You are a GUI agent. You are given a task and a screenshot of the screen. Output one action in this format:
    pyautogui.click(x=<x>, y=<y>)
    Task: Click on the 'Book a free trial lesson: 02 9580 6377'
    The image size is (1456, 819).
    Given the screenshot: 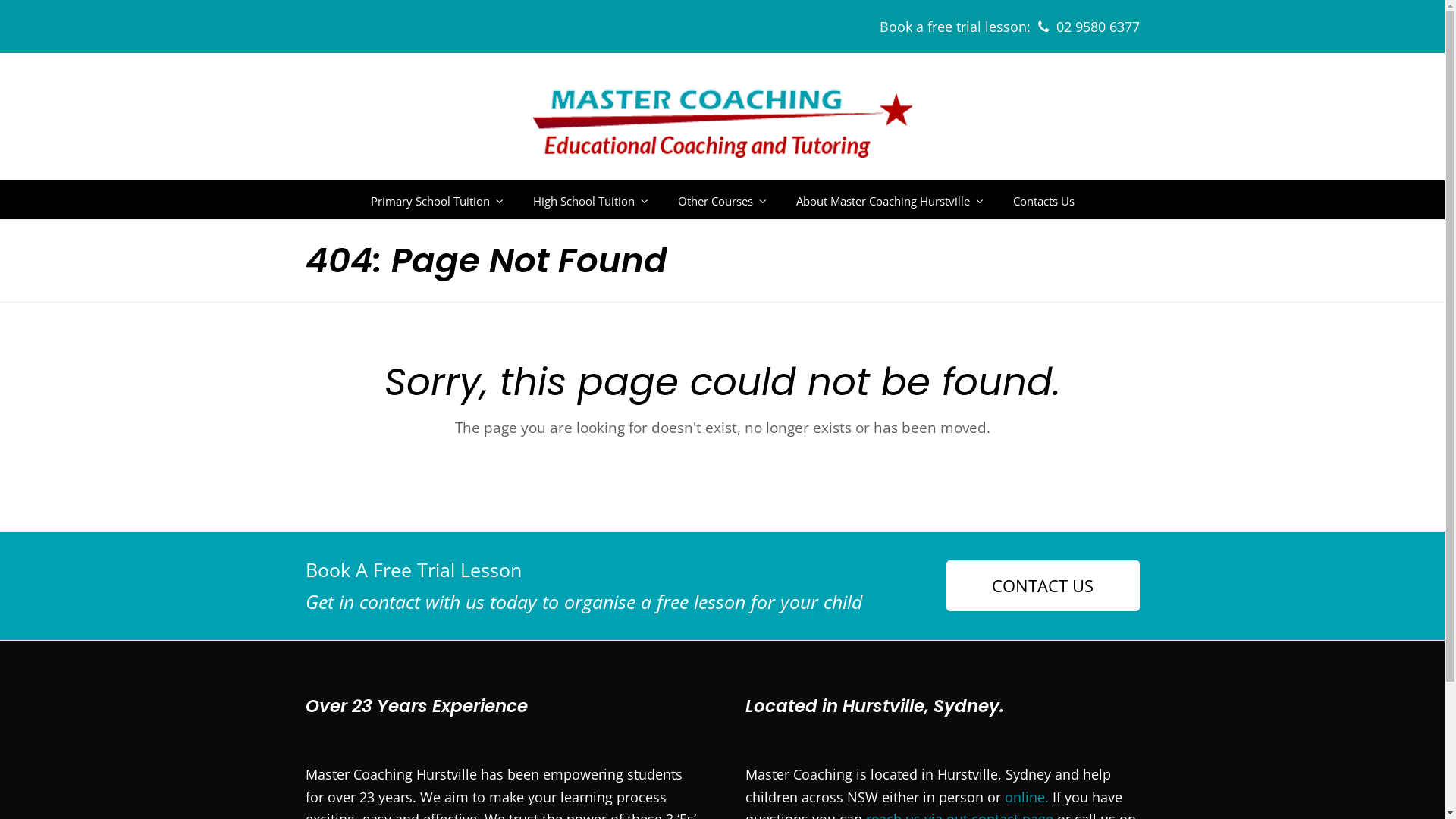 What is the action you would take?
    pyautogui.click(x=1009, y=26)
    